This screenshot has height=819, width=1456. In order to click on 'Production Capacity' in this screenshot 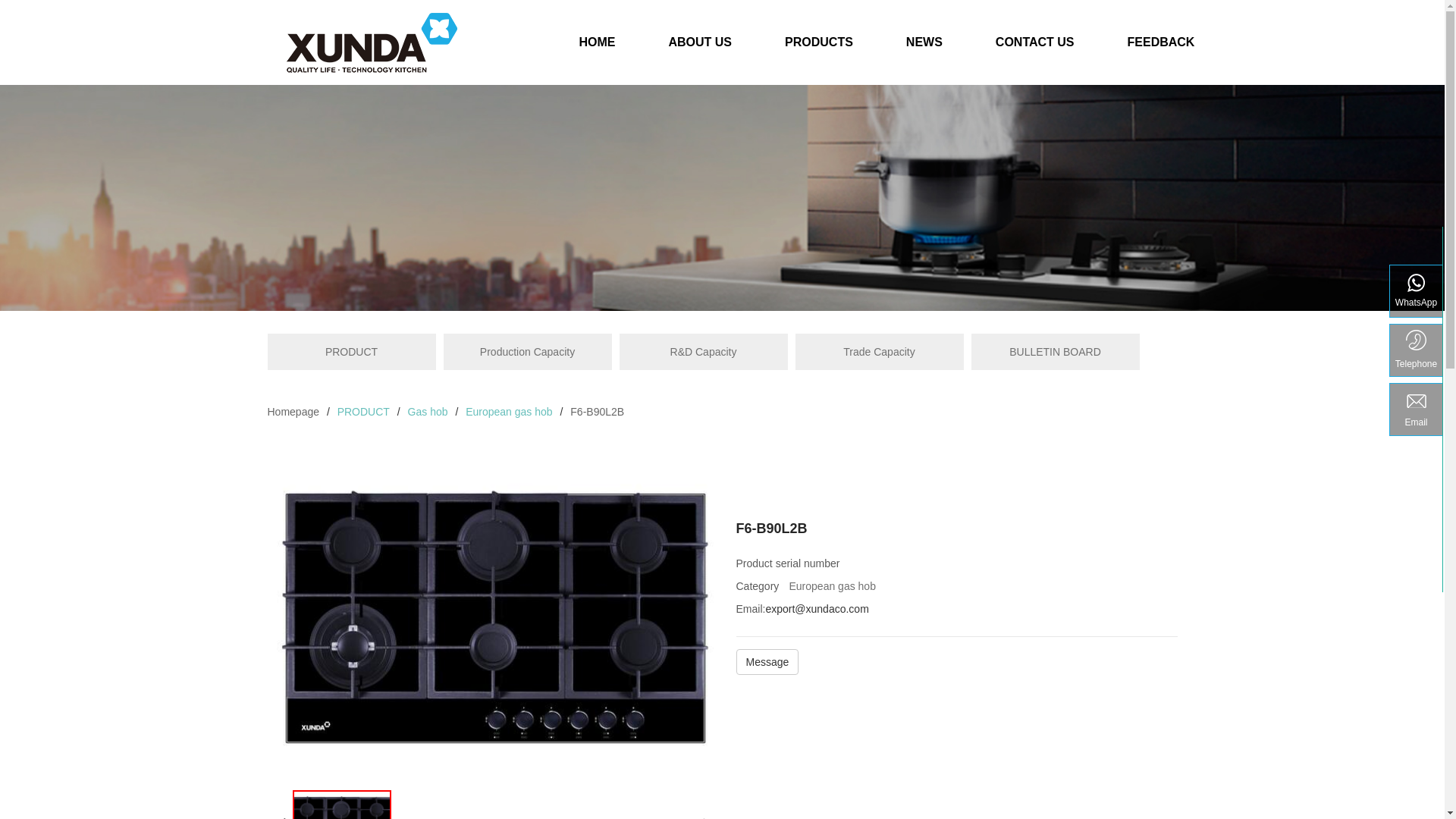, I will do `click(527, 351)`.